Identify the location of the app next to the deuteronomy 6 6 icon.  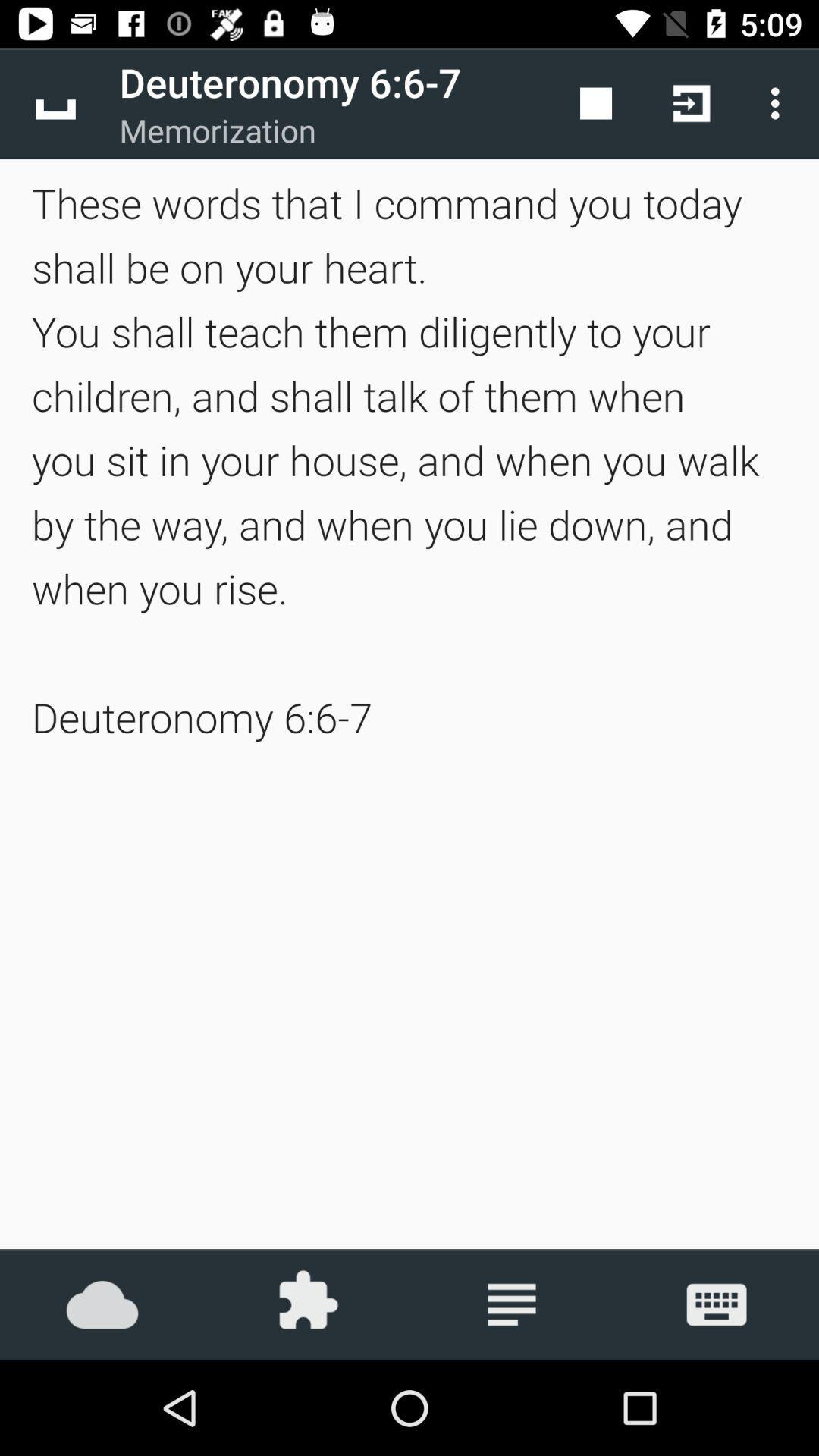
(595, 102).